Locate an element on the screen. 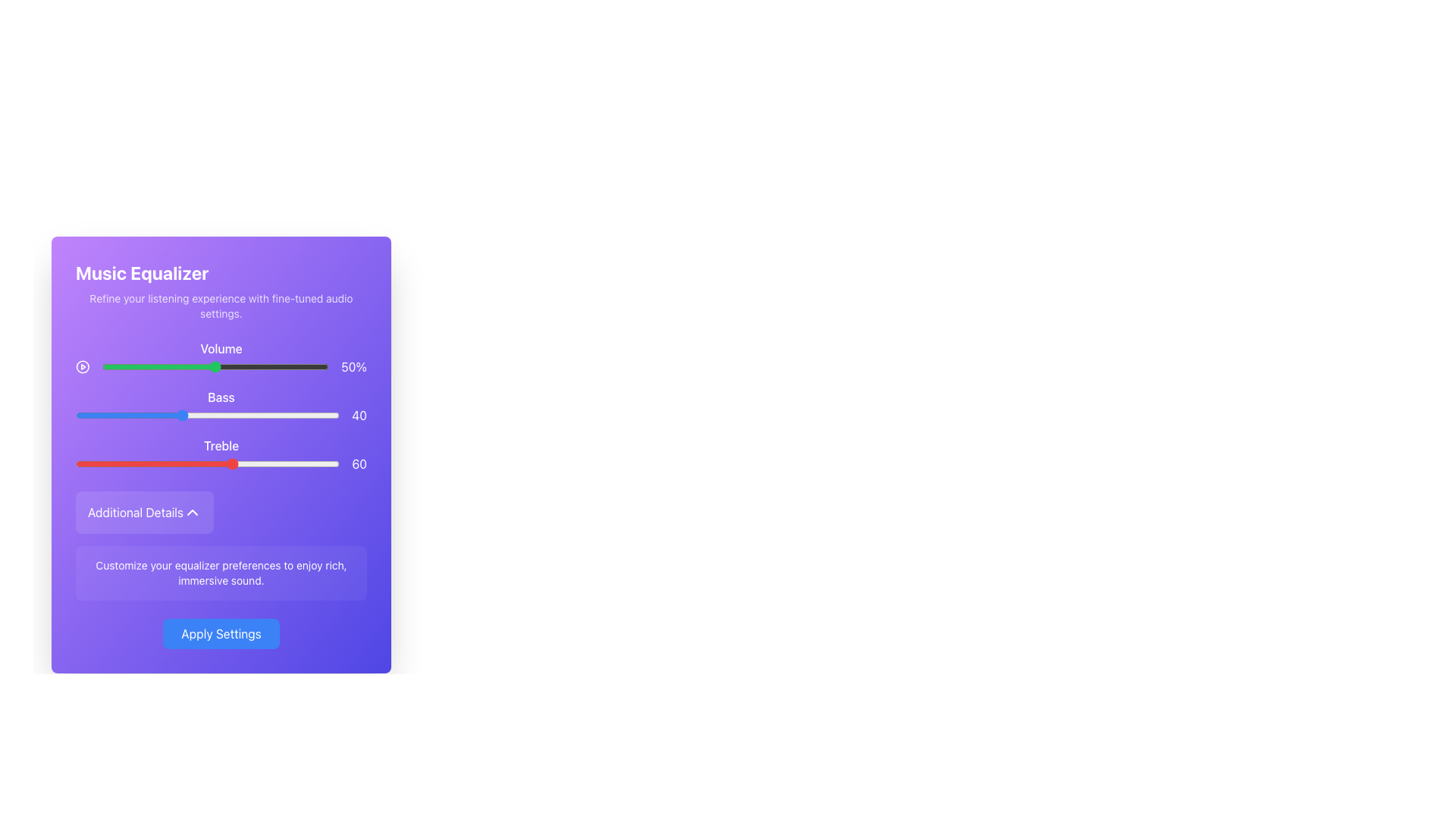 This screenshot has width=1456, height=819. the volume is located at coordinates (149, 366).